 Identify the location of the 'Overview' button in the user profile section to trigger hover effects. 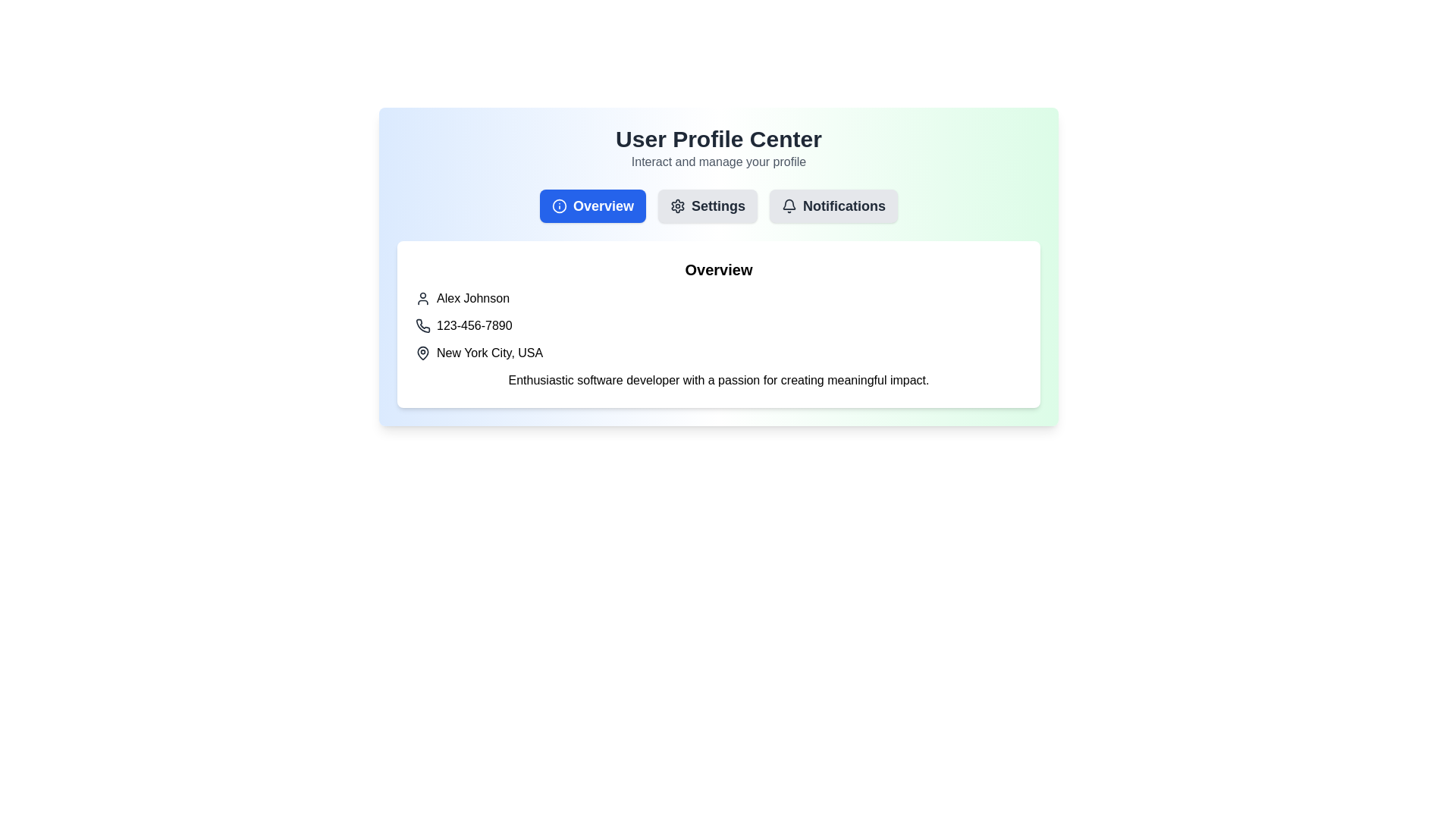
(592, 206).